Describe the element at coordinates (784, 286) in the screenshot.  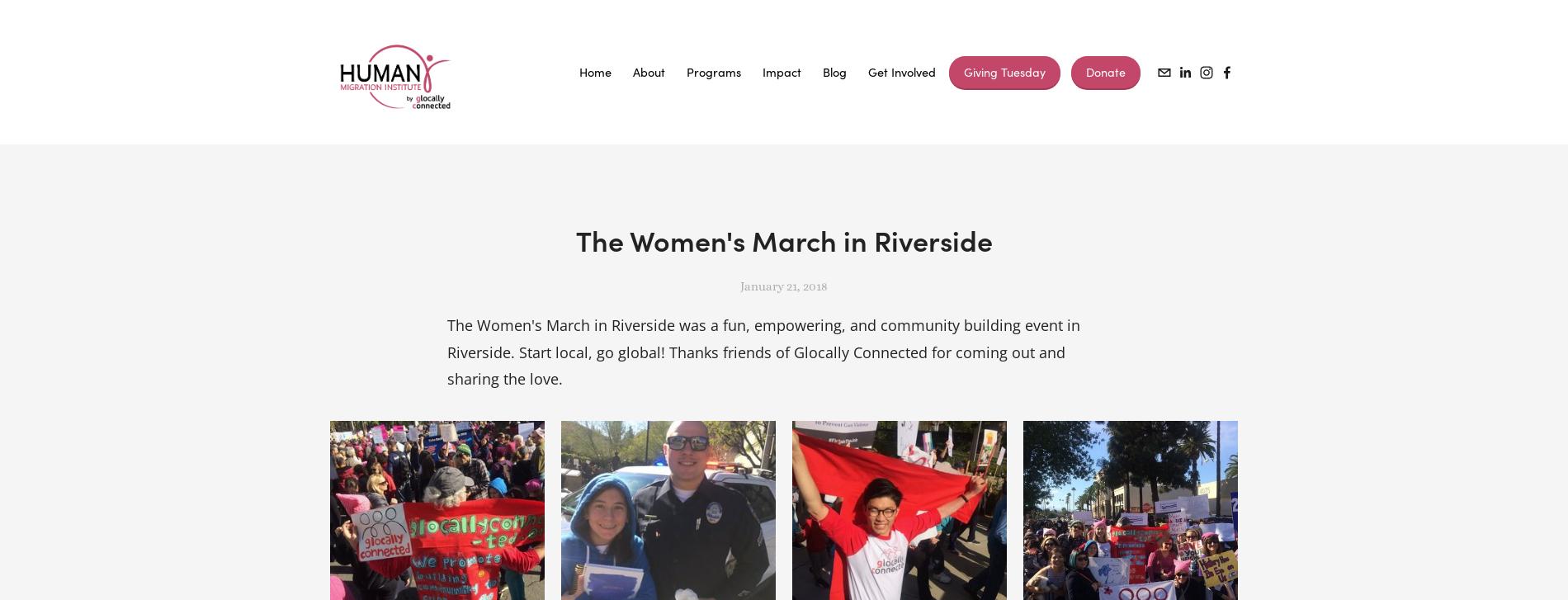
I see `'January 21, 2018'` at that location.